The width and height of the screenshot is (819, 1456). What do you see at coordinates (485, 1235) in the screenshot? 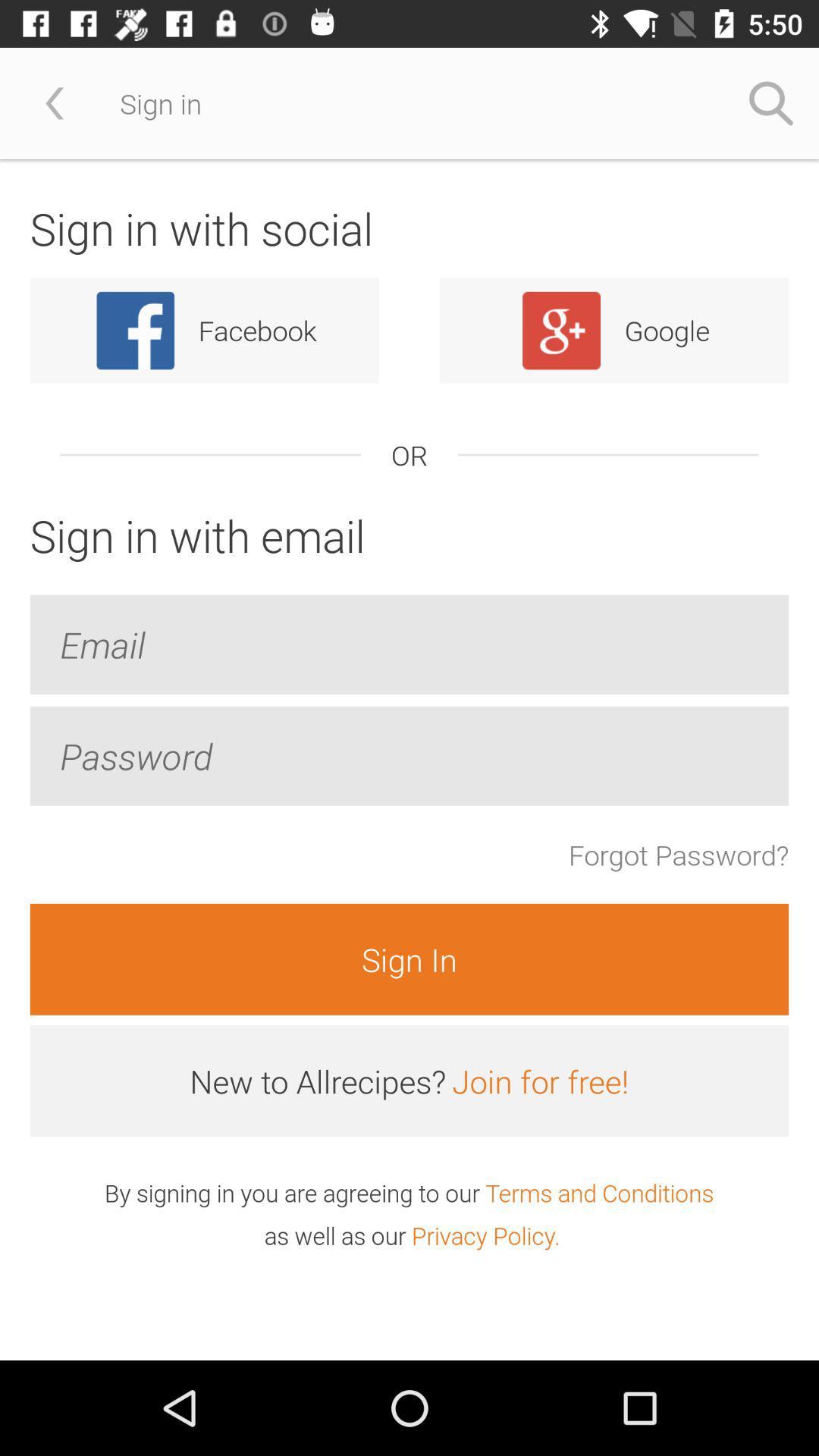
I see `the item next to the as well as icon` at bounding box center [485, 1235].